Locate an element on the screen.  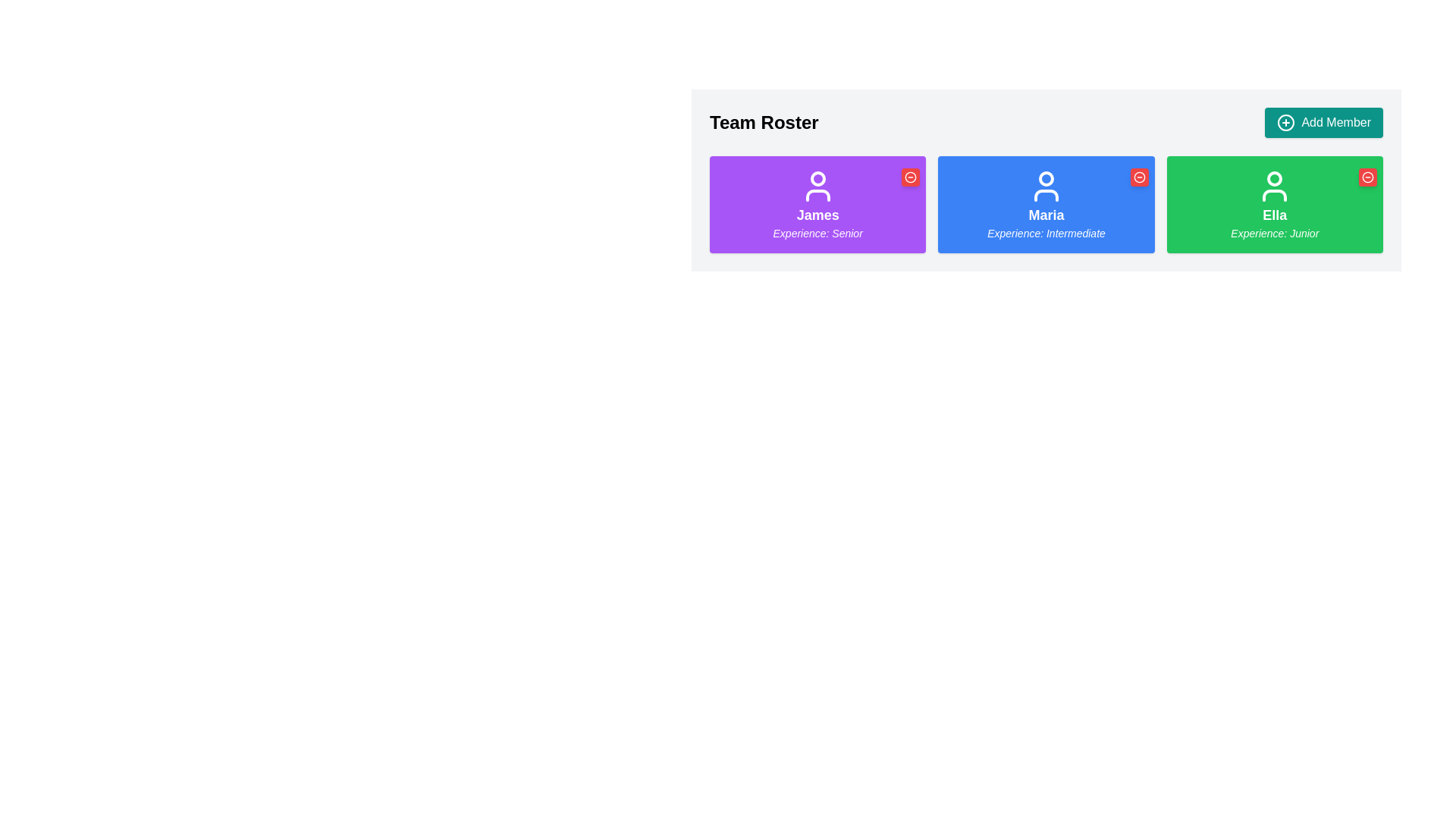
the Circular button icon, which is part of the 'Add Member' button located at the top-right corner of the interface, immediately to the left of the 'Add Member' text is located at coordinates (1285, 122).